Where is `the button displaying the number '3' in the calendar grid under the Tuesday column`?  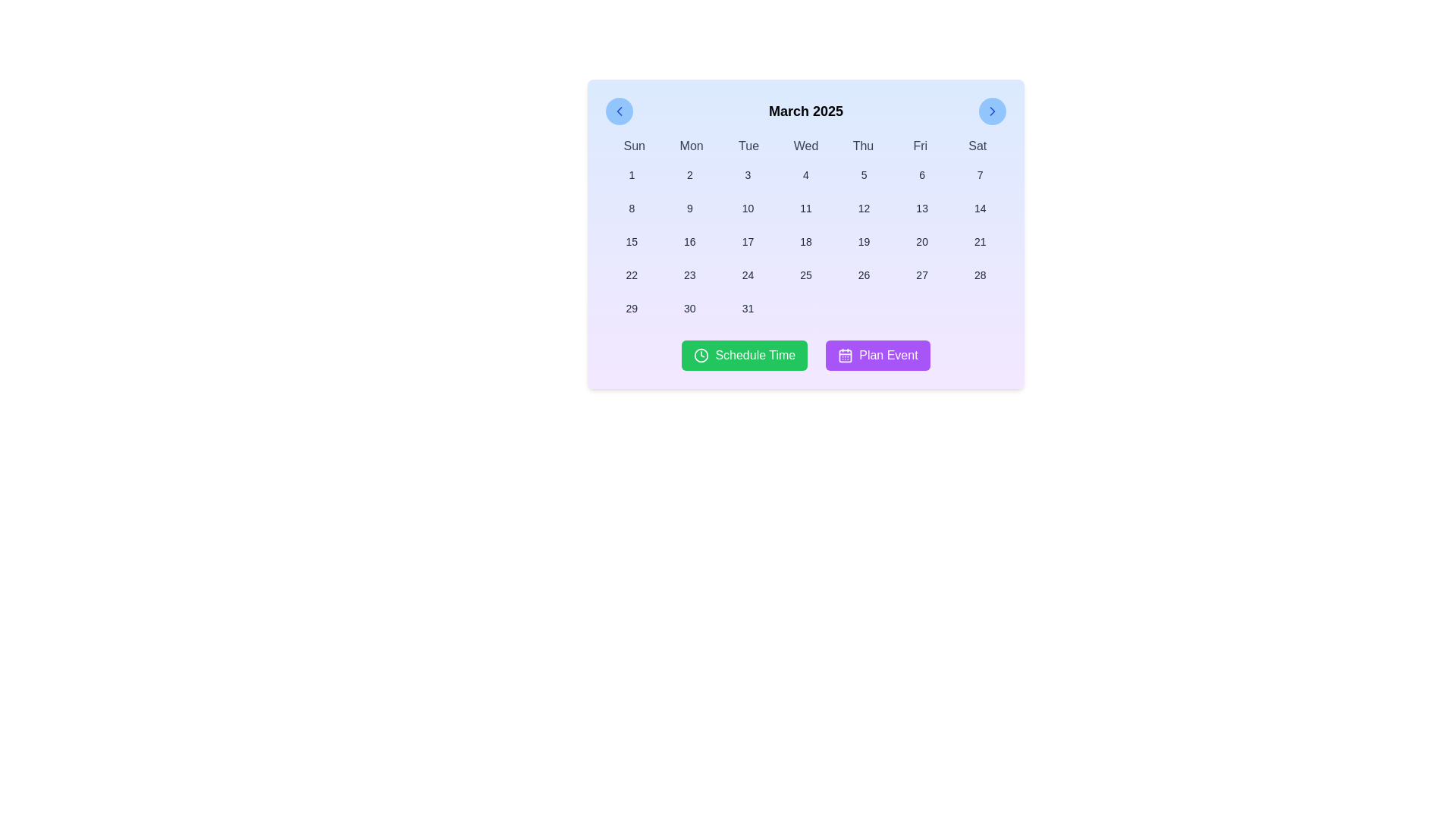
the button displaying the number '3' in the calendar grid under the Tuesday column is located at coordinates (748, 174).